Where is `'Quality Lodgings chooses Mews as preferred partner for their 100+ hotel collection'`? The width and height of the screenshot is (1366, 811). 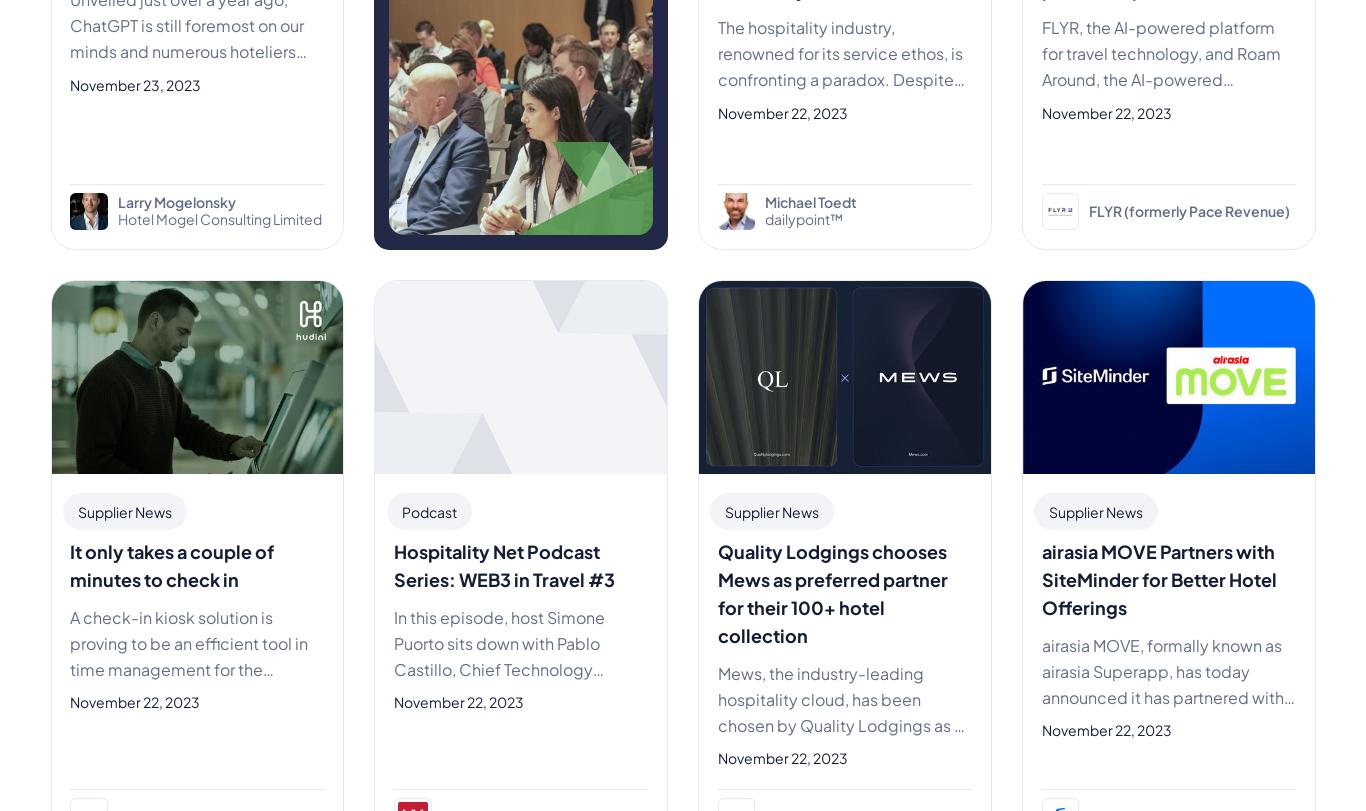
'Quality Lodgings chooses Mews as preferred partner for their 100+ hotel collection' is located at coordinates (831, 591).